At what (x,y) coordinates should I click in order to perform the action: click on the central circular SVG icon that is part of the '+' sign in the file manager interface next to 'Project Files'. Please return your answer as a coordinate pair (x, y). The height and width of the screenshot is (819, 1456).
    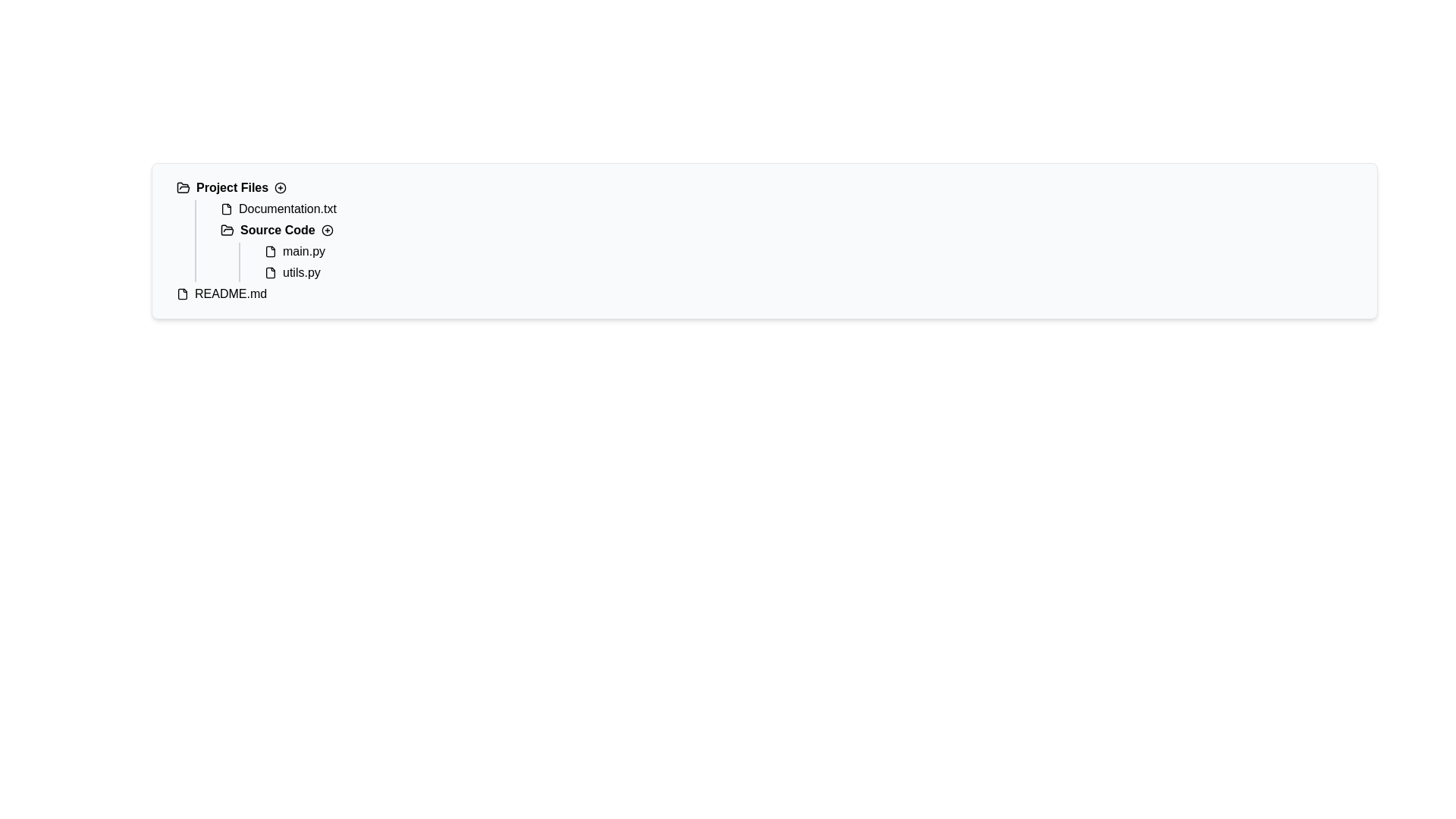
    Looking at the image, I should click on (281, 187).